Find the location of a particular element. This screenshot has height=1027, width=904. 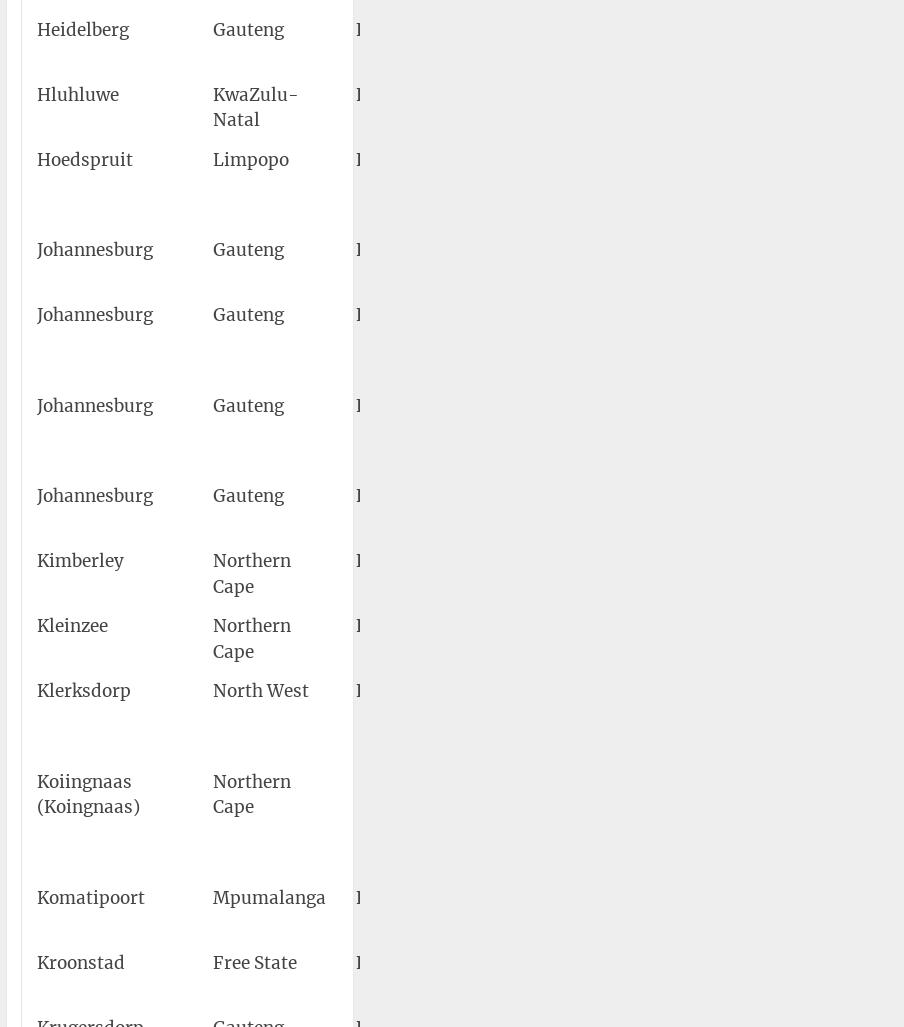

'QRA' is located at coordinates (460, 496).